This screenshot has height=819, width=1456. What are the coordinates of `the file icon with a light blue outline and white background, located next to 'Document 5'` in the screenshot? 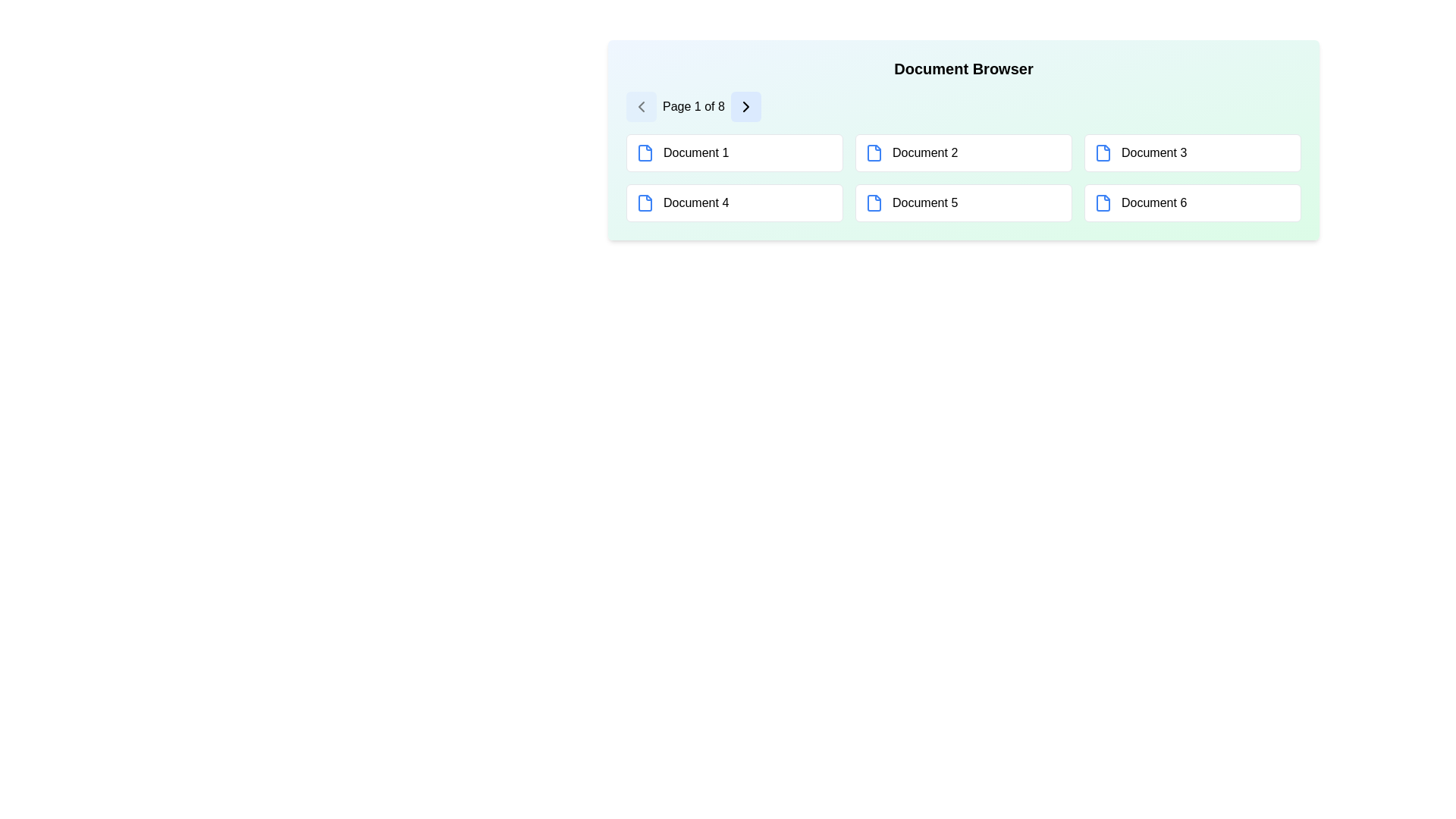 It's located at (874, 202).